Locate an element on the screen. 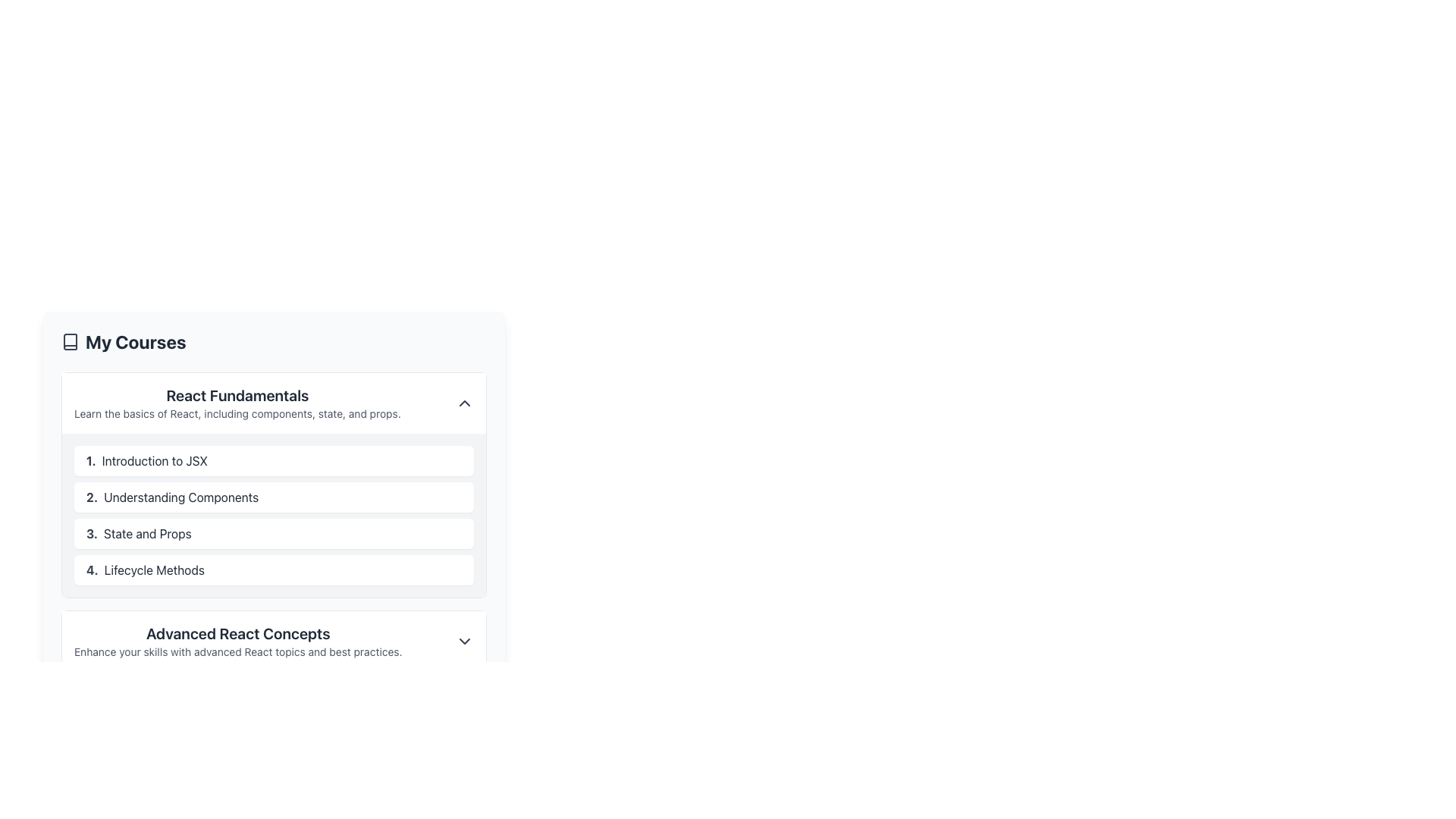 This screenshot has width=1456, height=819. the Dropdown Header for the 'React Fundamentals' course section is located at coordinates (274, 403).